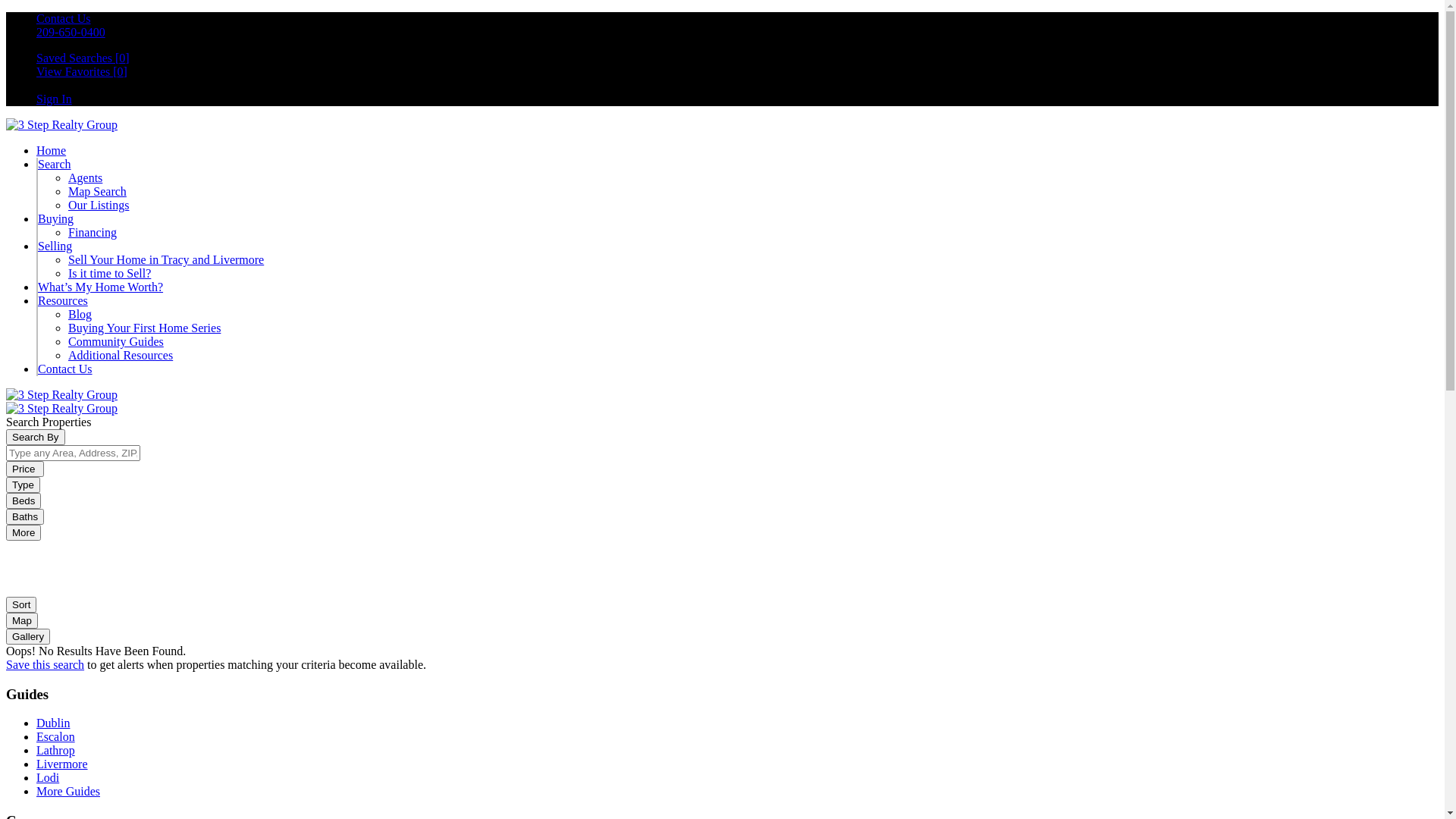 The image size is (1456, 819). What do you see at coordinates (36, 749) in the screenshot?
I see `'Lathrop'` at bounding box center [36, 749].